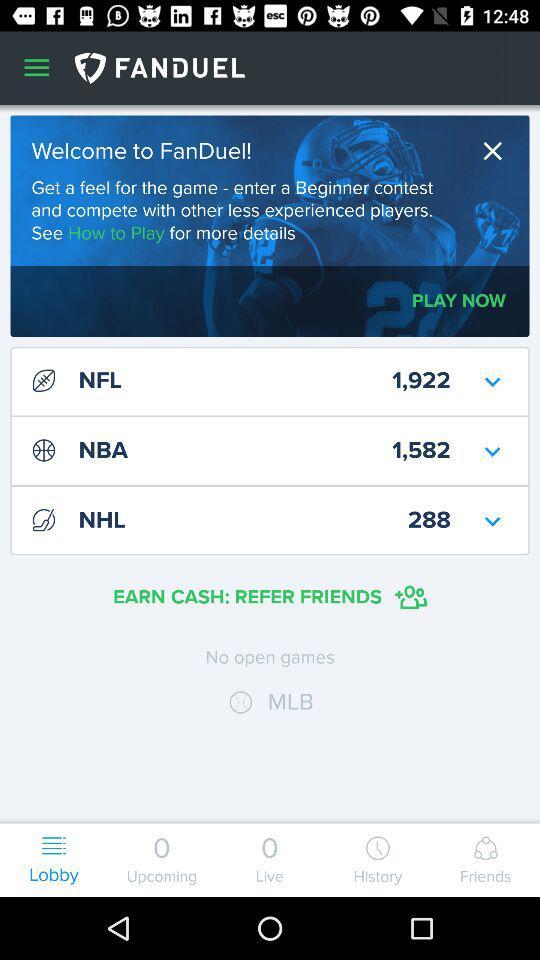  I want to click on the item below get a feel icon, so click(459, 301).